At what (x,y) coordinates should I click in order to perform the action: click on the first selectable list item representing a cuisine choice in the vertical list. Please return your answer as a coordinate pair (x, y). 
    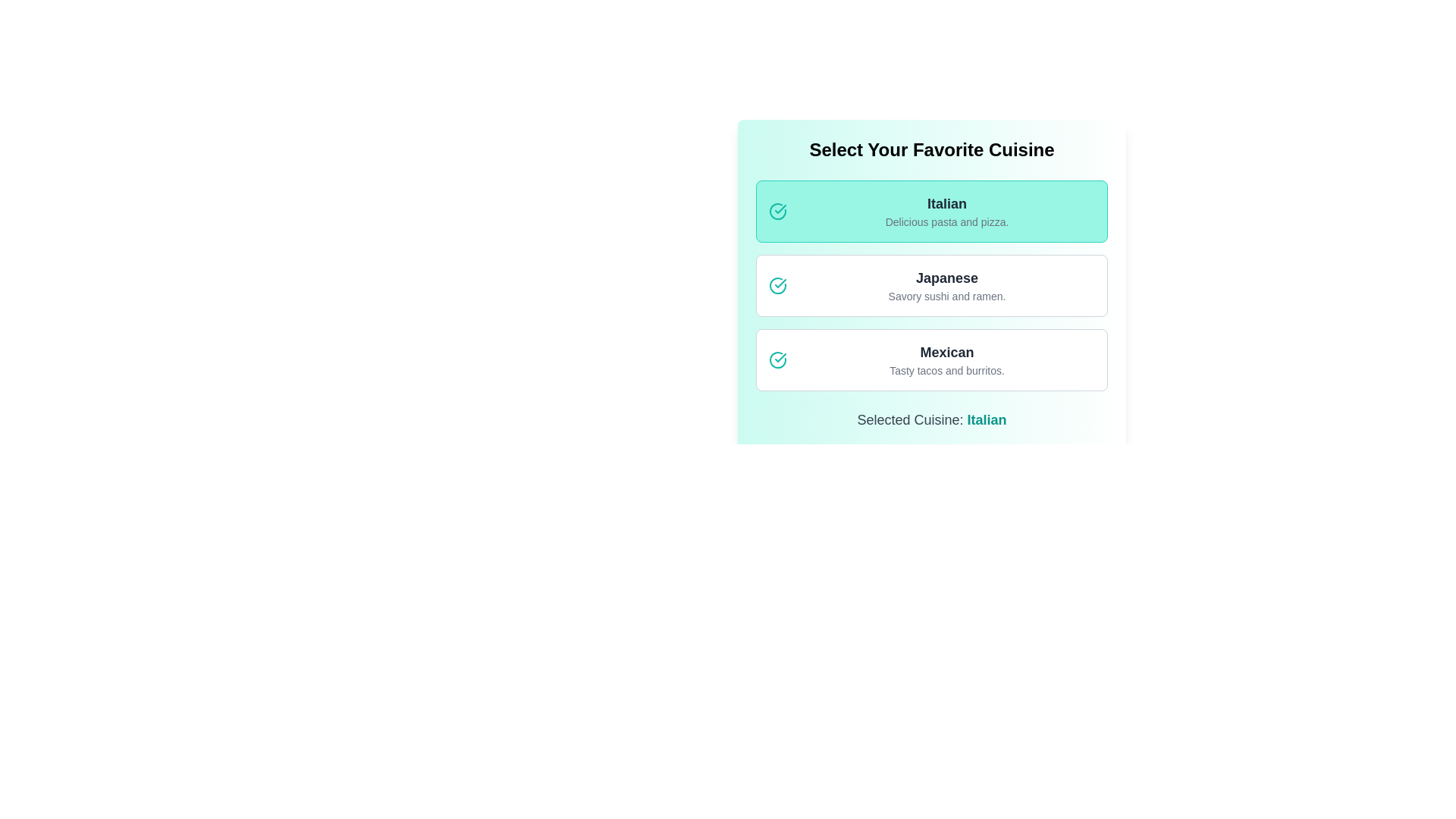
    Looking at the image, I should click on (930, 211).